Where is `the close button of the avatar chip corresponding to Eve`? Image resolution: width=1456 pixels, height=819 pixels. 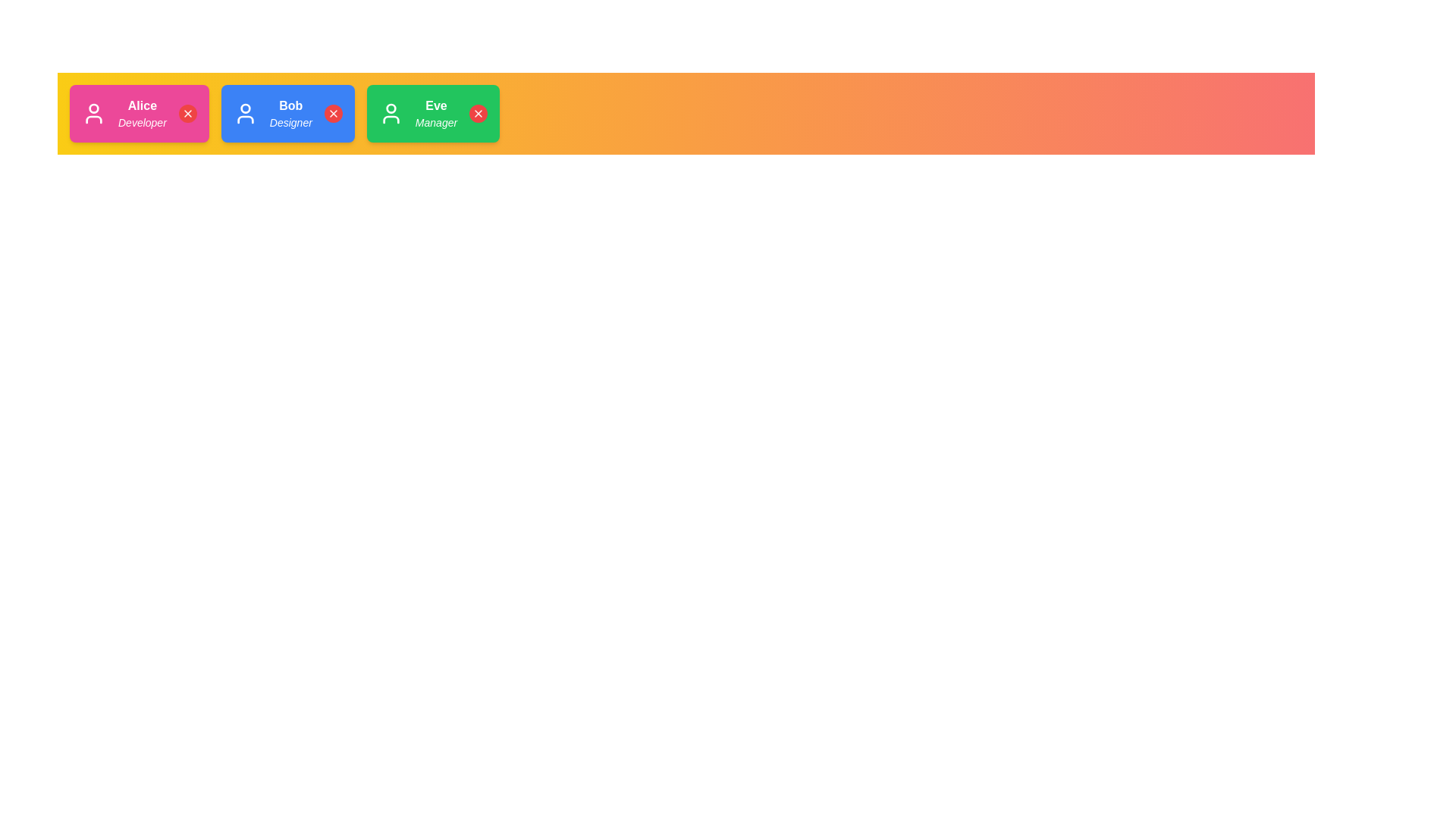
the close button of the avatar chip corresponding to Eve is located at coordinates (478, 113).